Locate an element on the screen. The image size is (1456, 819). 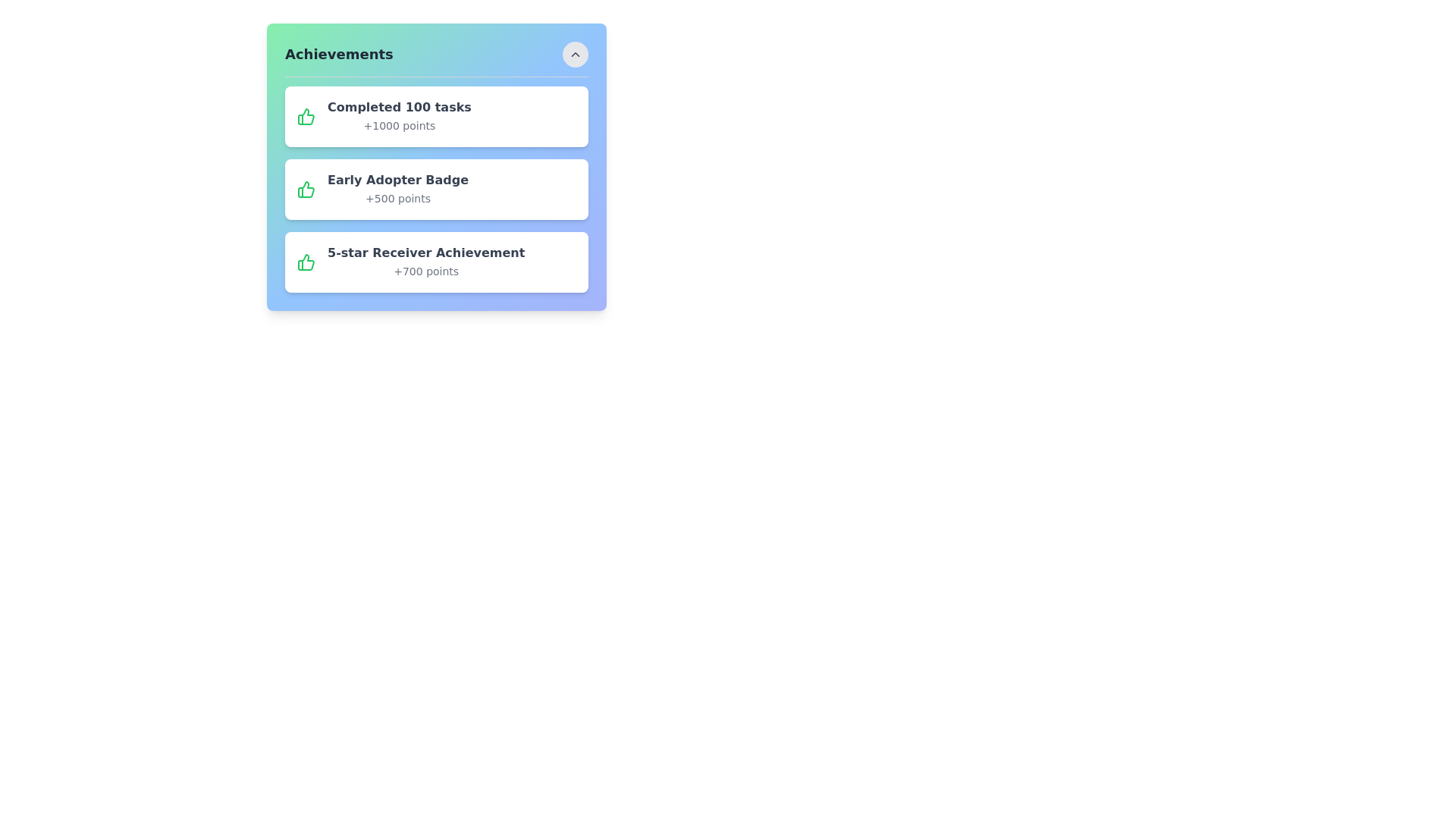
the text label displaying '5-star Receiver Achievement' in bold, dark gray font, which is located within the third box of the 'Achievements' list is located at coordinates (425, 253).